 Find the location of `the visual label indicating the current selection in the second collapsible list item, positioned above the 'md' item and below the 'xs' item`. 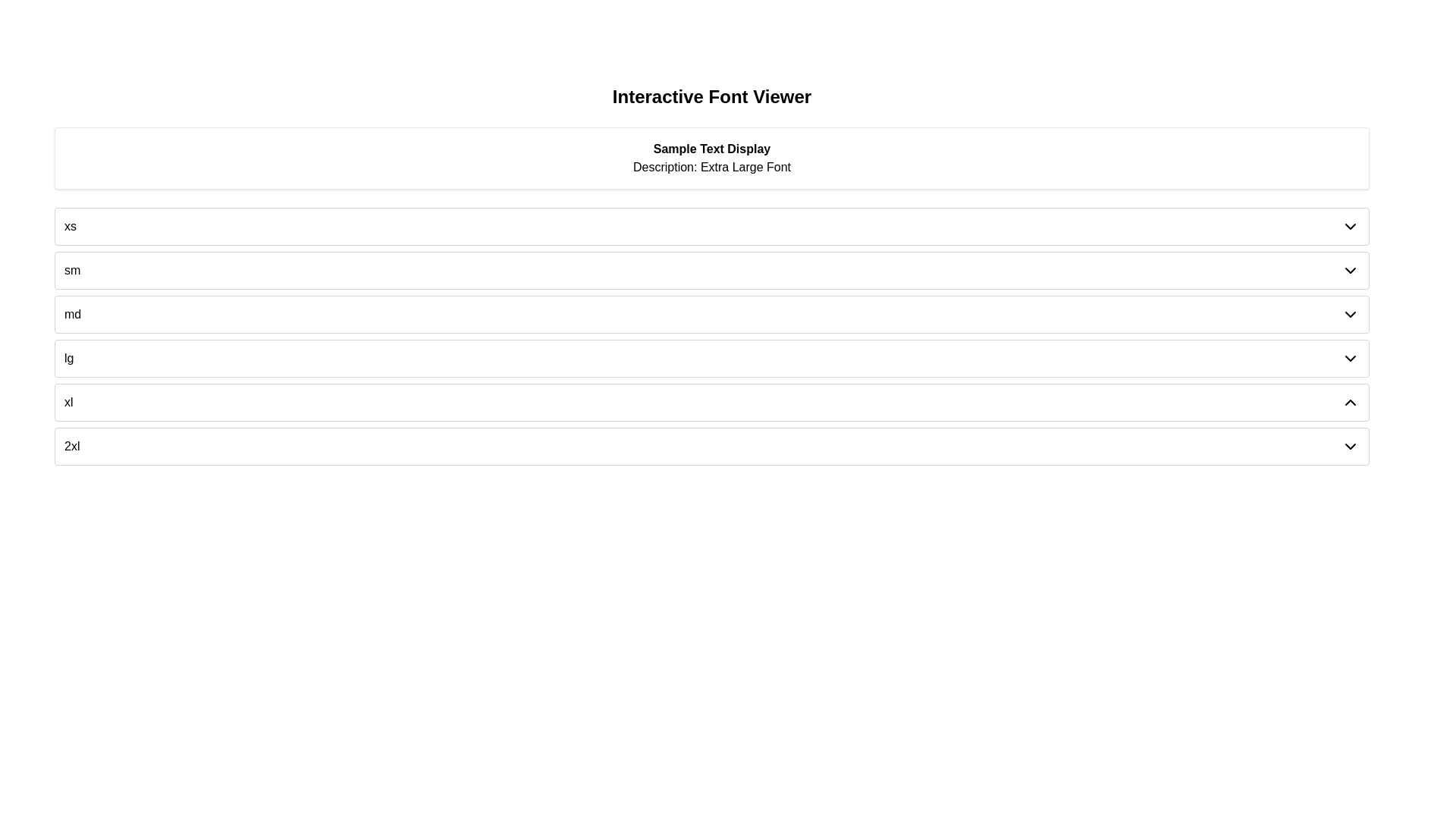

the visual label indicating the current selection in the second collapsible list item, positioned above the 'md' item and below the 'xs' item is located at coordinates (71, 270).